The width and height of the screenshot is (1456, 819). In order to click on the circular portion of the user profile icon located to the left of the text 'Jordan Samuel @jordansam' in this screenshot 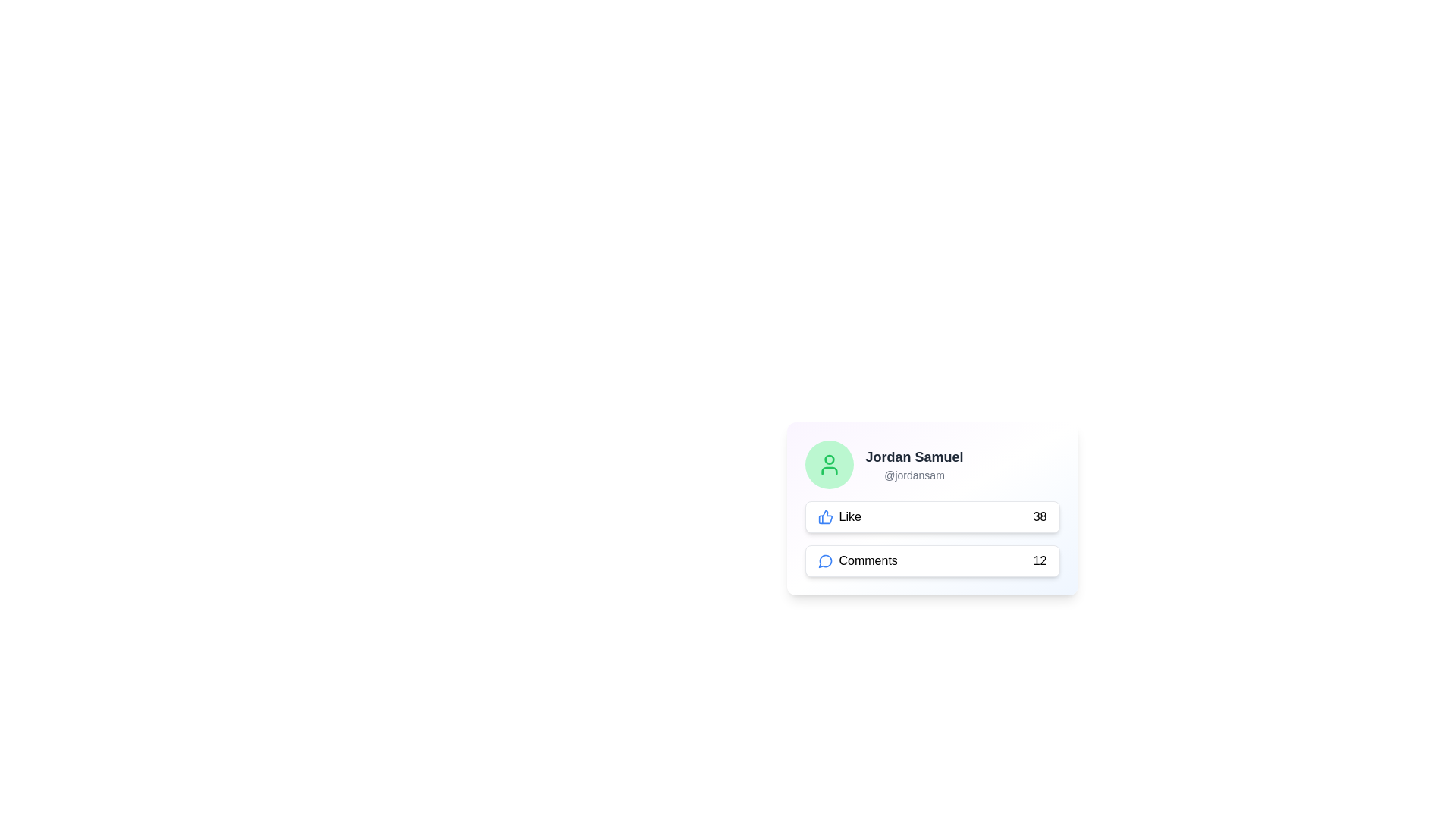, I will do `click(828, 459)`.